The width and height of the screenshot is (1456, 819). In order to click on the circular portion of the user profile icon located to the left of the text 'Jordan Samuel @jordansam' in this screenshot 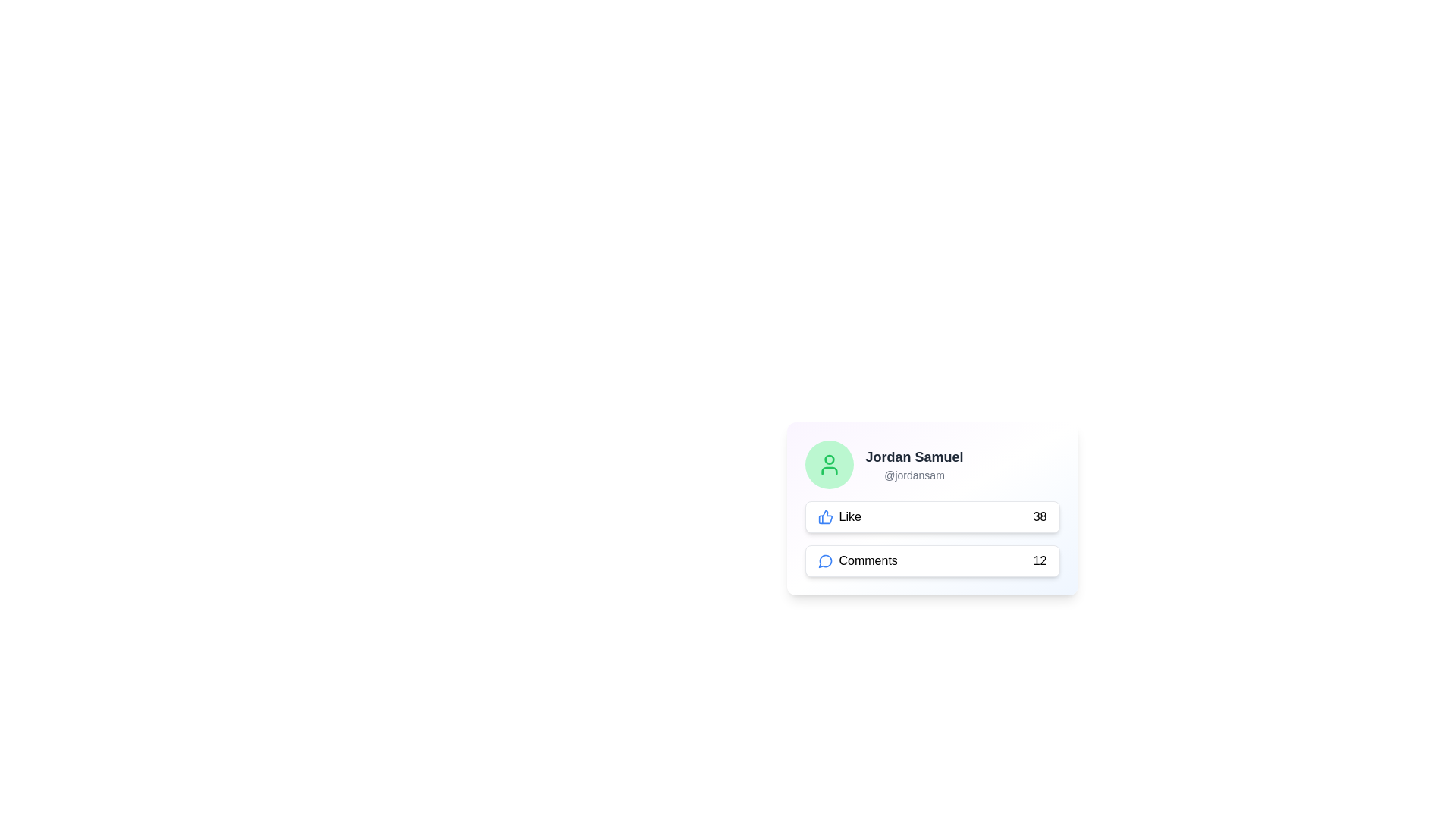, I will do `click(828, 459)`.